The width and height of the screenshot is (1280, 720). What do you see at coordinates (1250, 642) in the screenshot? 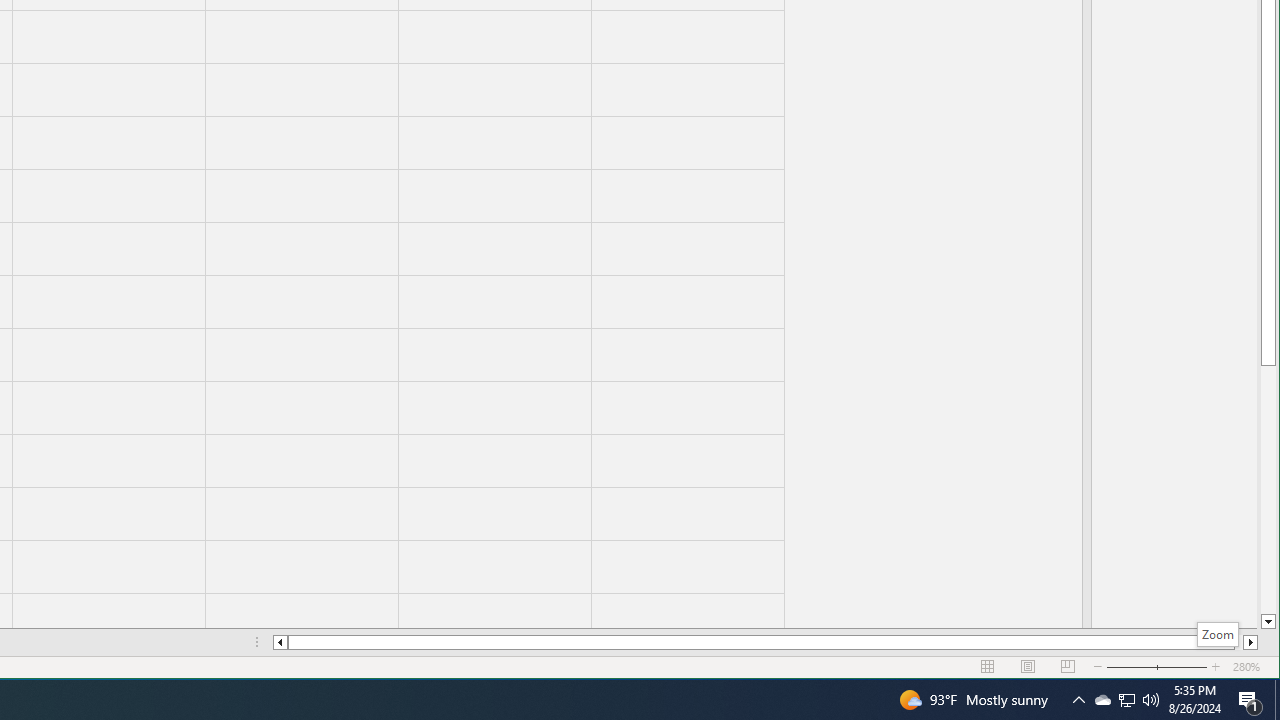
I see `'Column right'` at bounding box center [1250, 642].